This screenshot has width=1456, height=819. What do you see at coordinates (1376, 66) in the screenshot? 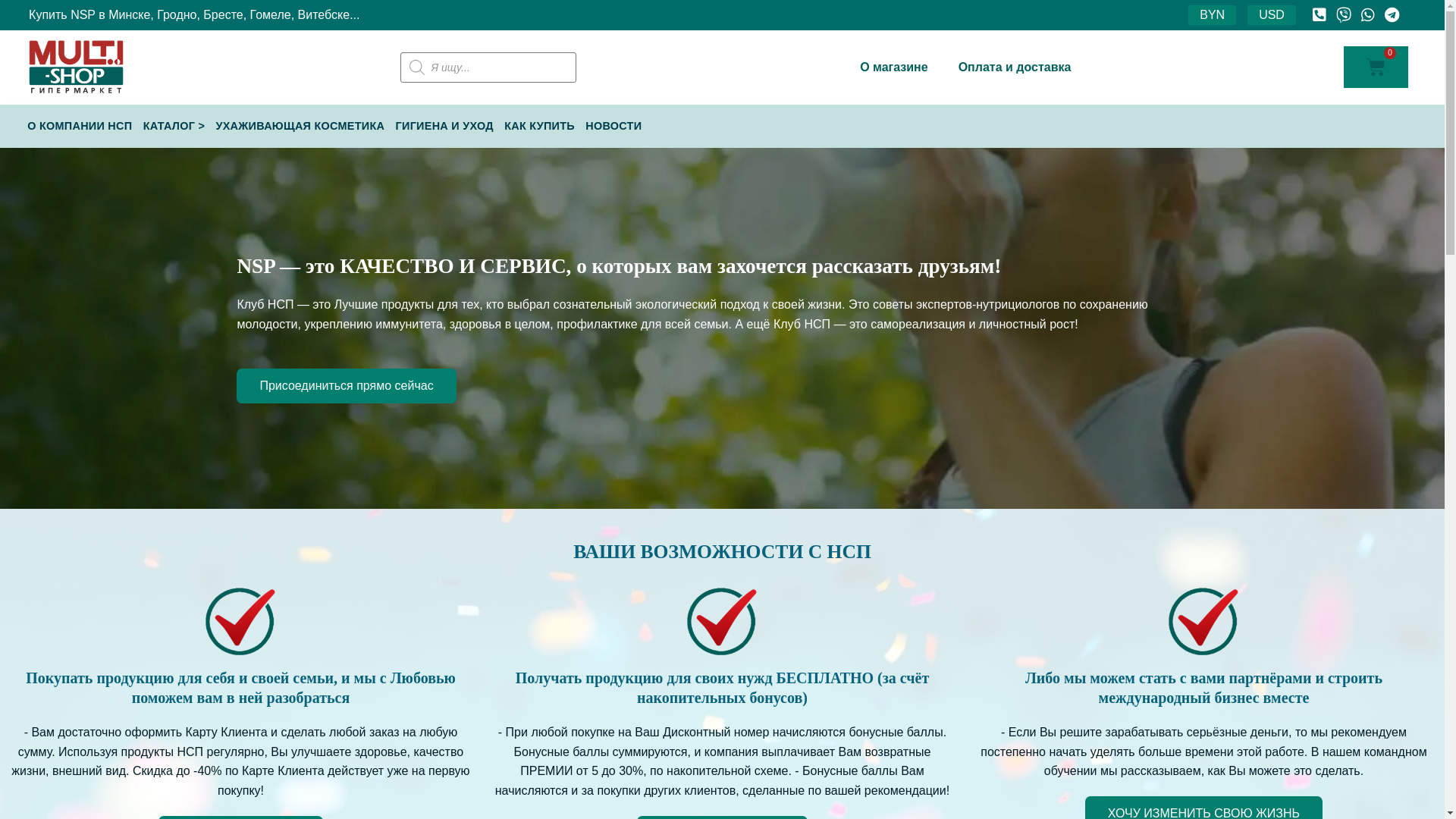
I see `'0'` at bounding box center [1376, 66].